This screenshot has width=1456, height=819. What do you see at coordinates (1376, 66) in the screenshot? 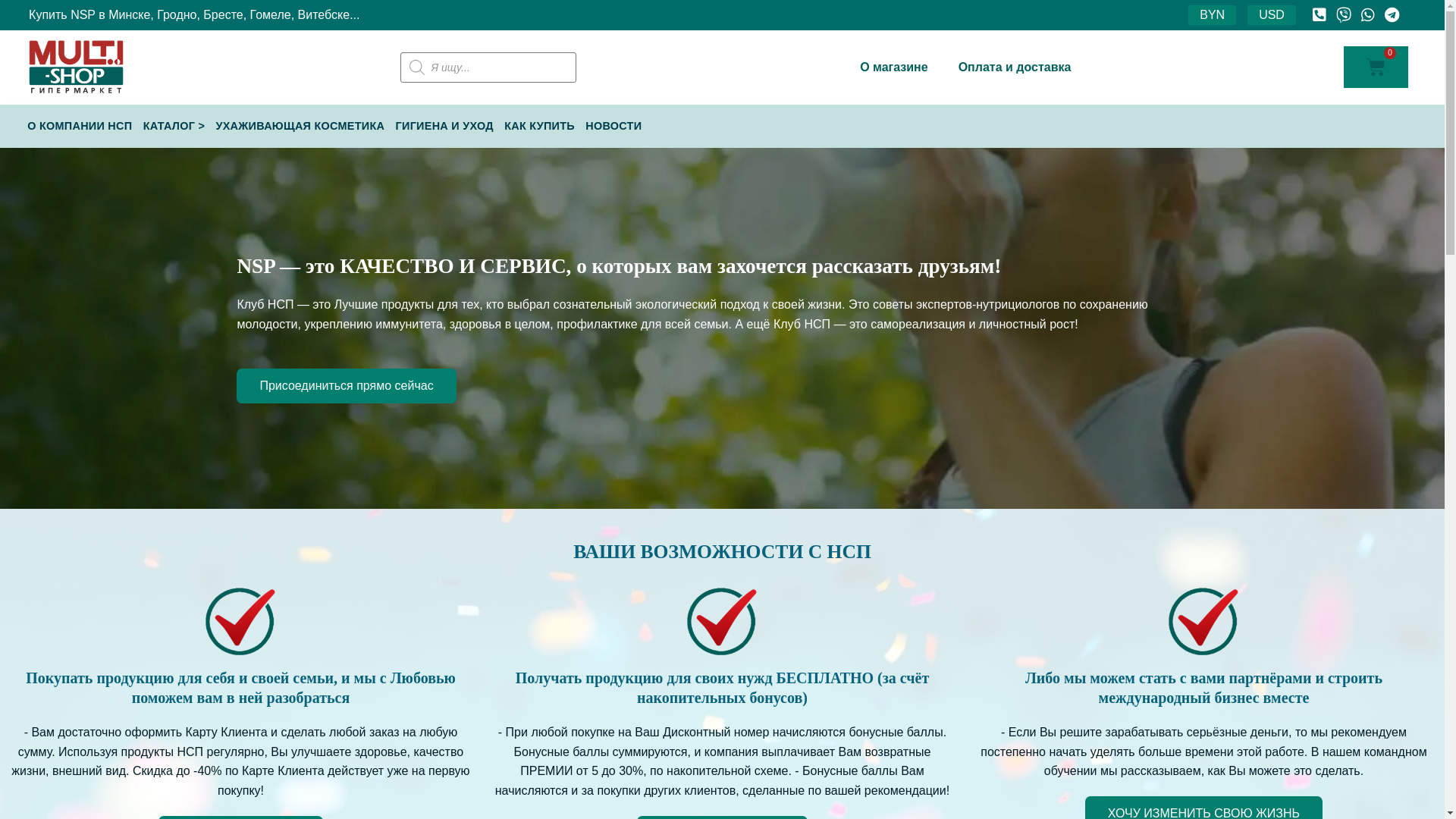
I see `'0'` at bounding box center [1376, 66].